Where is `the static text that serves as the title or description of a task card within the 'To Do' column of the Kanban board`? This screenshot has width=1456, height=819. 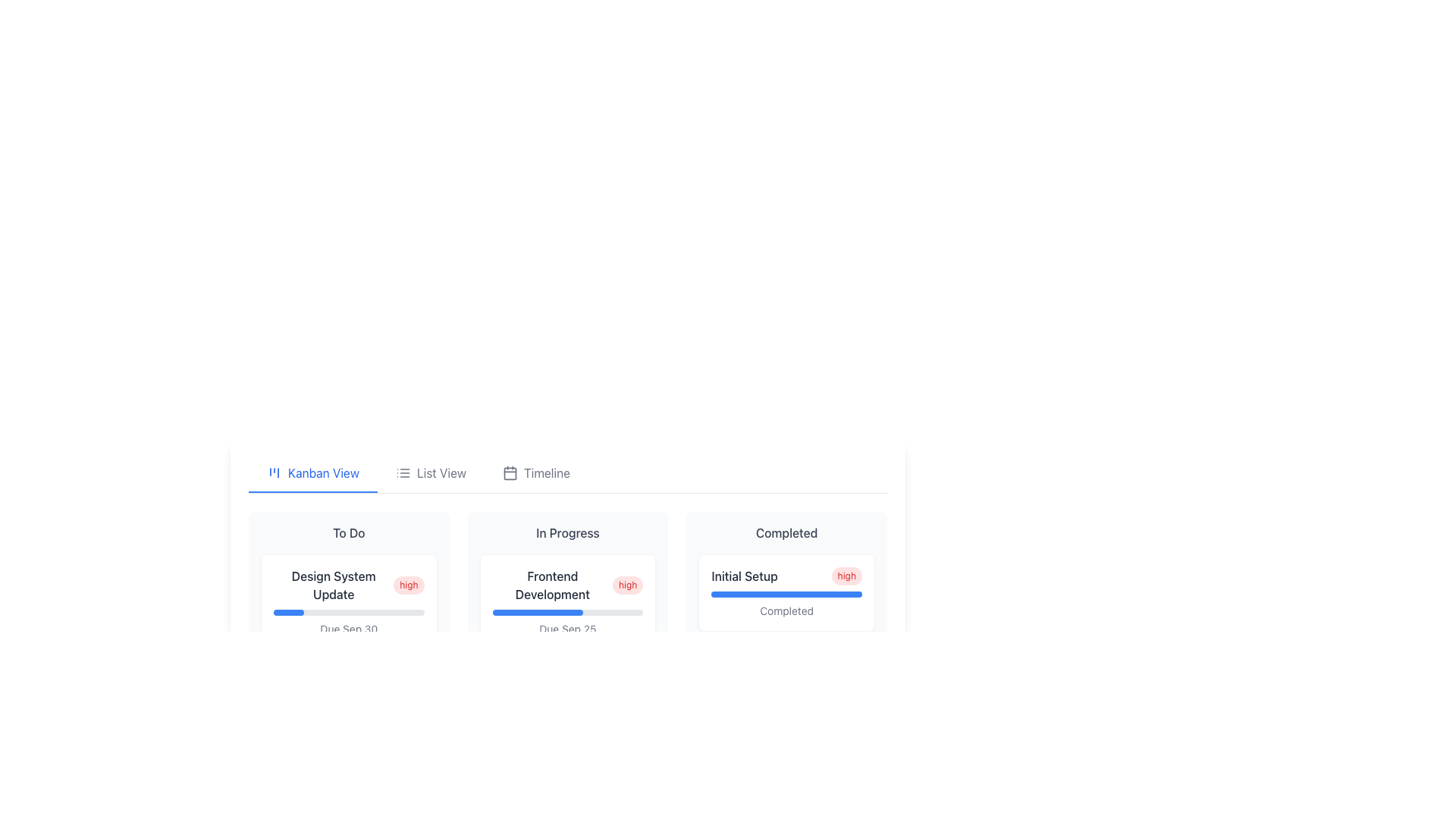 the static text that serves as the title or description of a task card within the 'To Do' column of the Kanban board is located at coordinates (333, 584).